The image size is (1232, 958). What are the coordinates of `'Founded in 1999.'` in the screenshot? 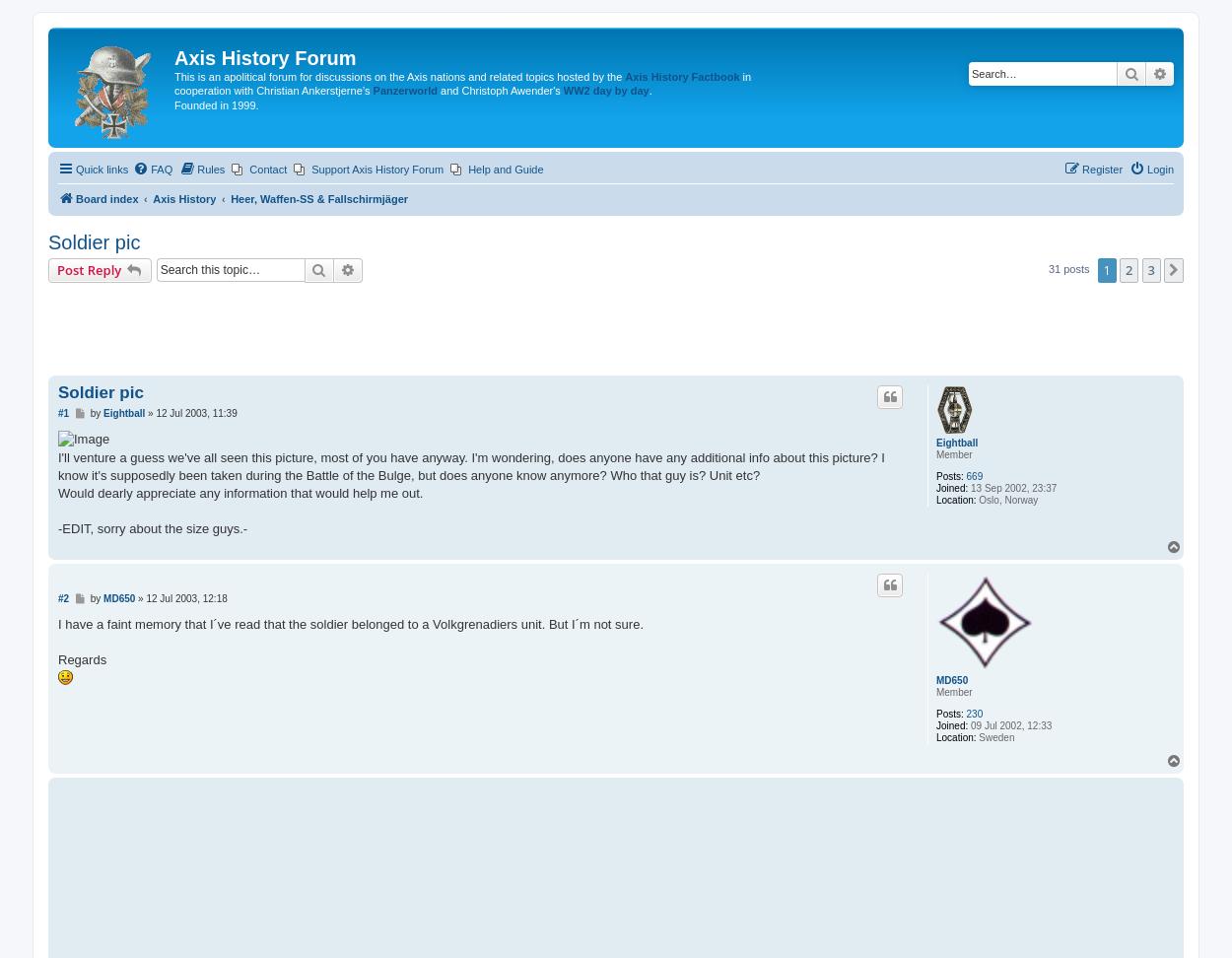 It's located at (215, 103).